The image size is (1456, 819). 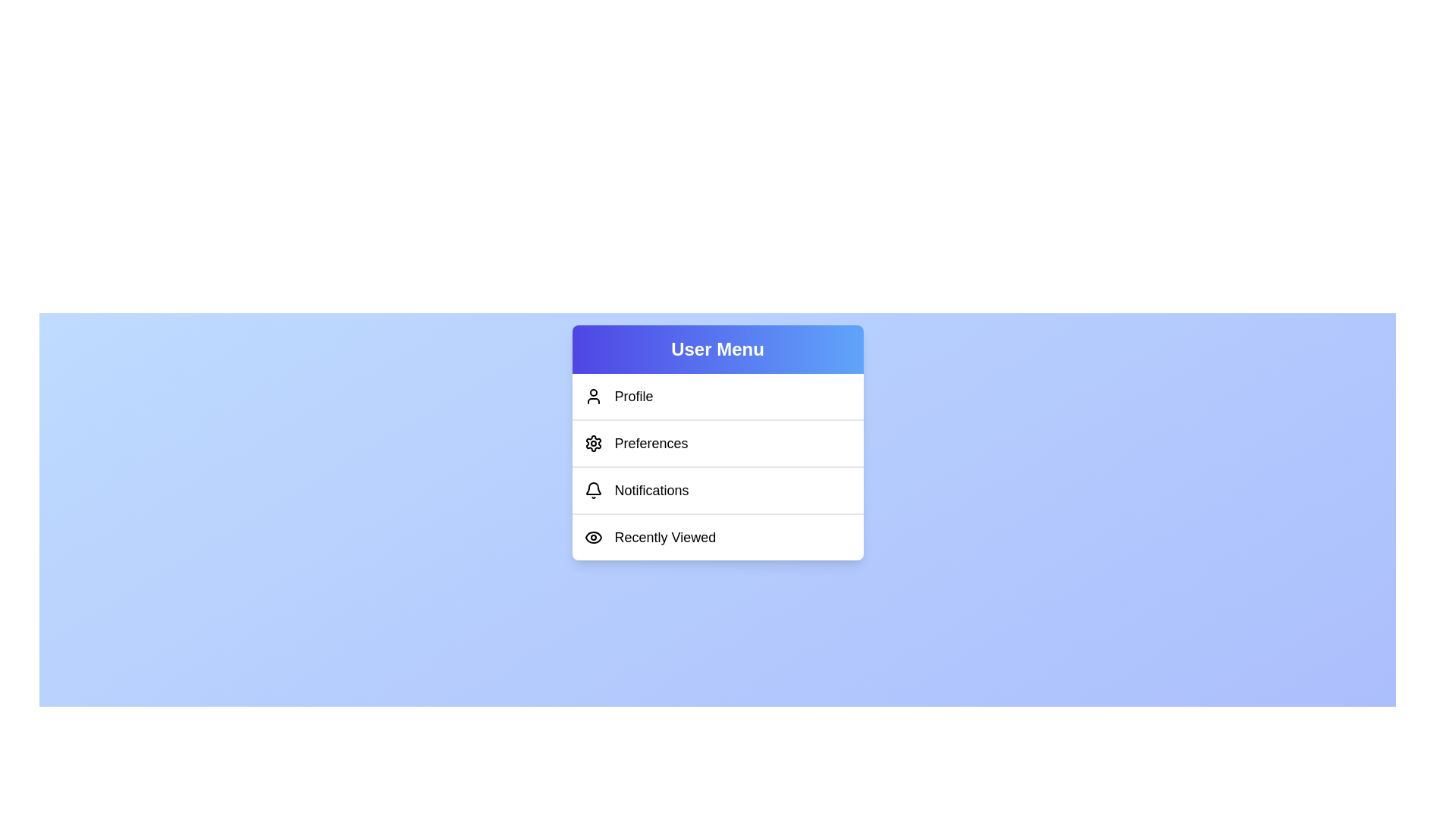 I want to click on the menu item labeled Profile, so click(x=717, y=396).